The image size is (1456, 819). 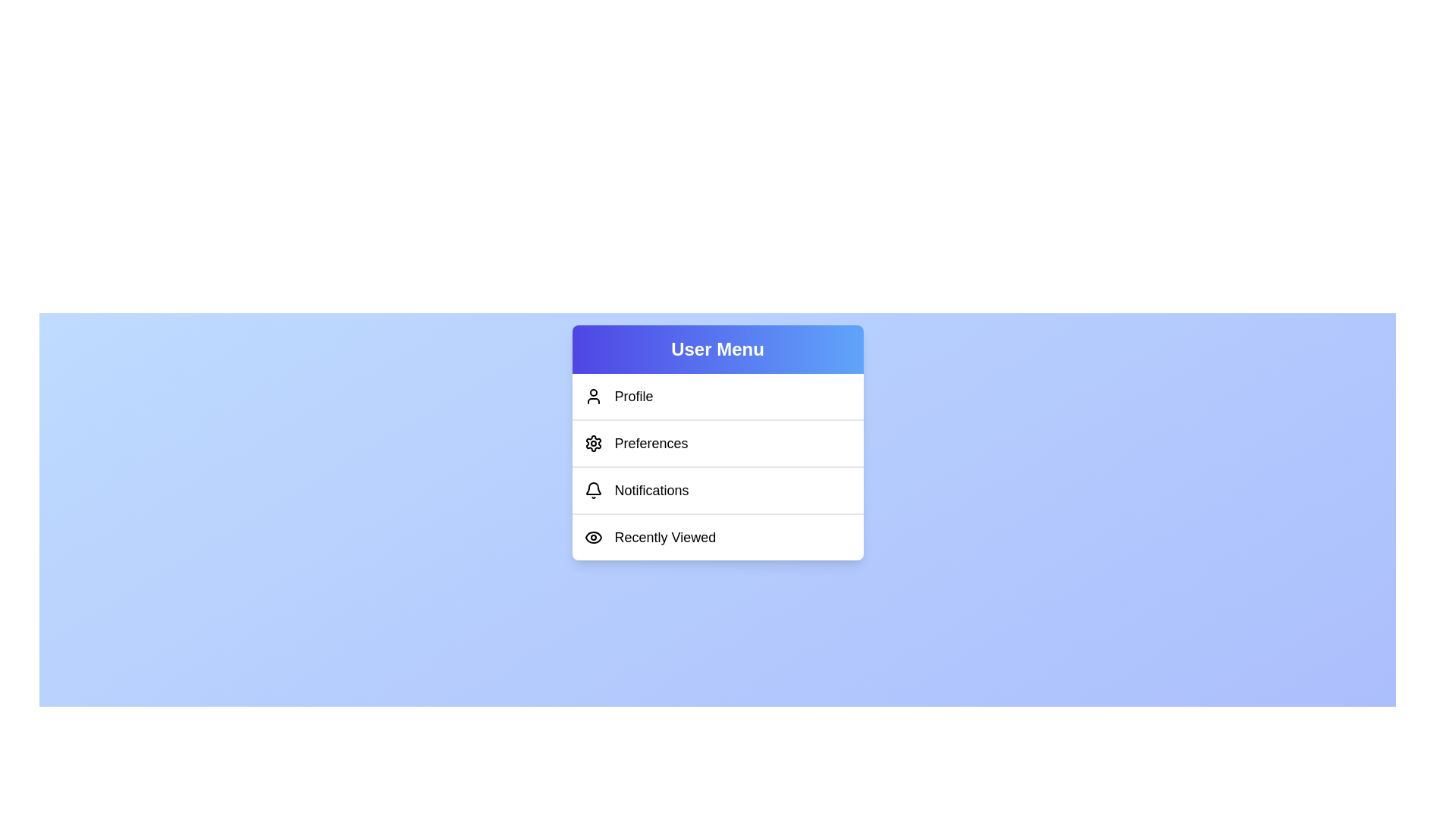 I want to click on the menu item labeled Profile, so click(x=717, y=396).